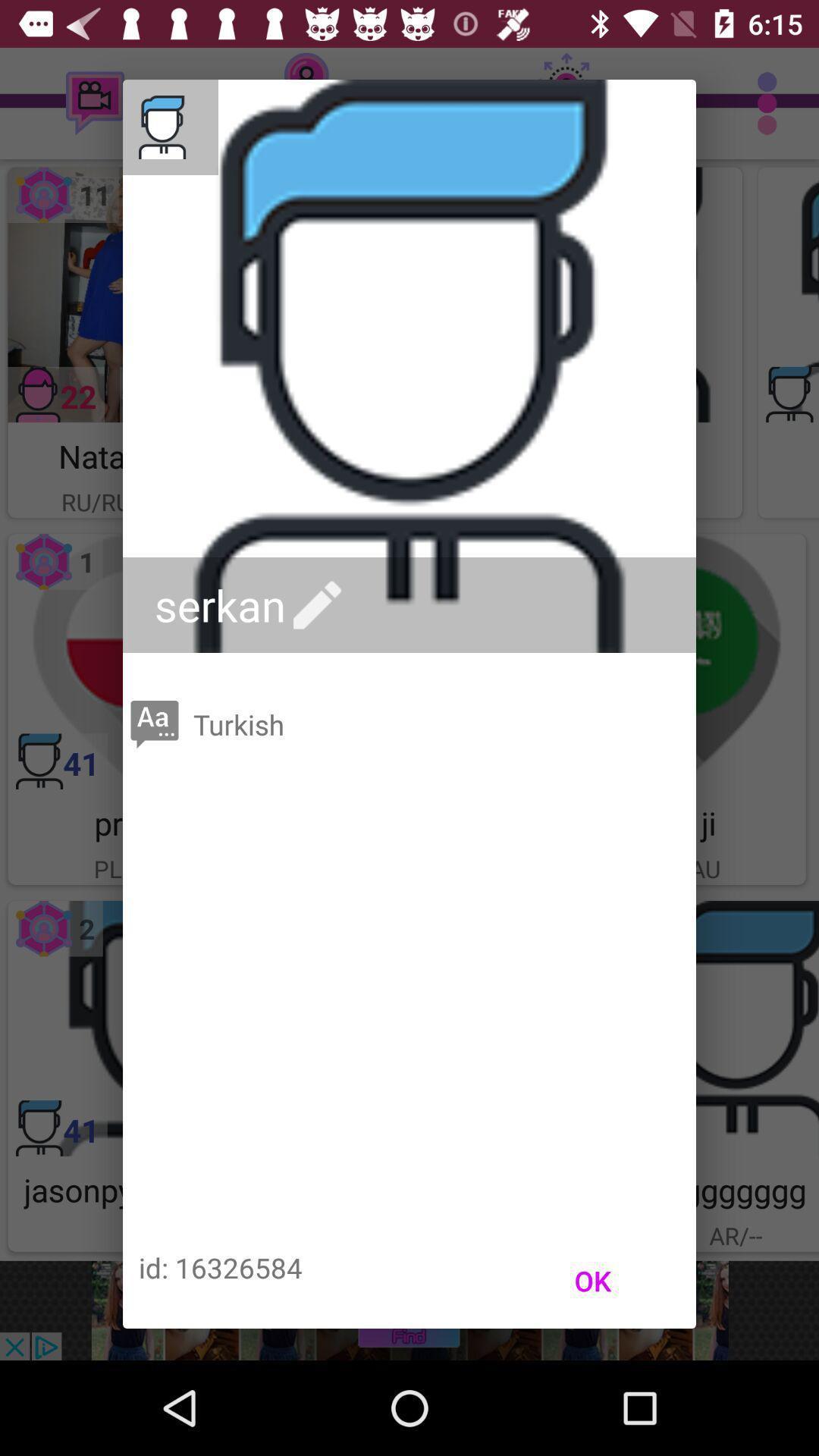  Describe the element at coordinates (591, 1280) in the screenshot. I see `icon to the right of id: 16326584 item` at that location.